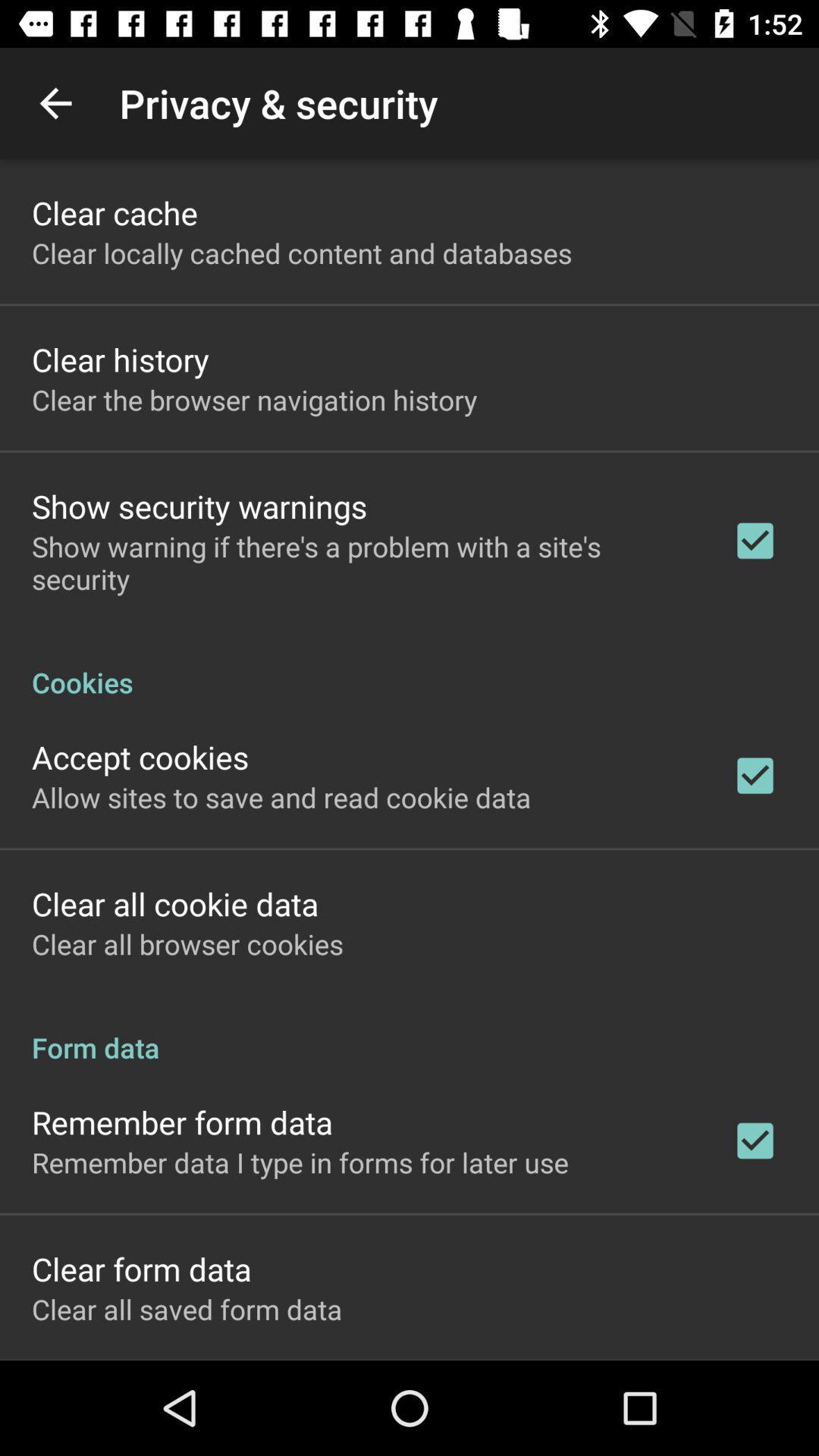  Describe the element at coordinates (281, 796) in the screenshot. I see `the item above the clear all cookie item` at that location.